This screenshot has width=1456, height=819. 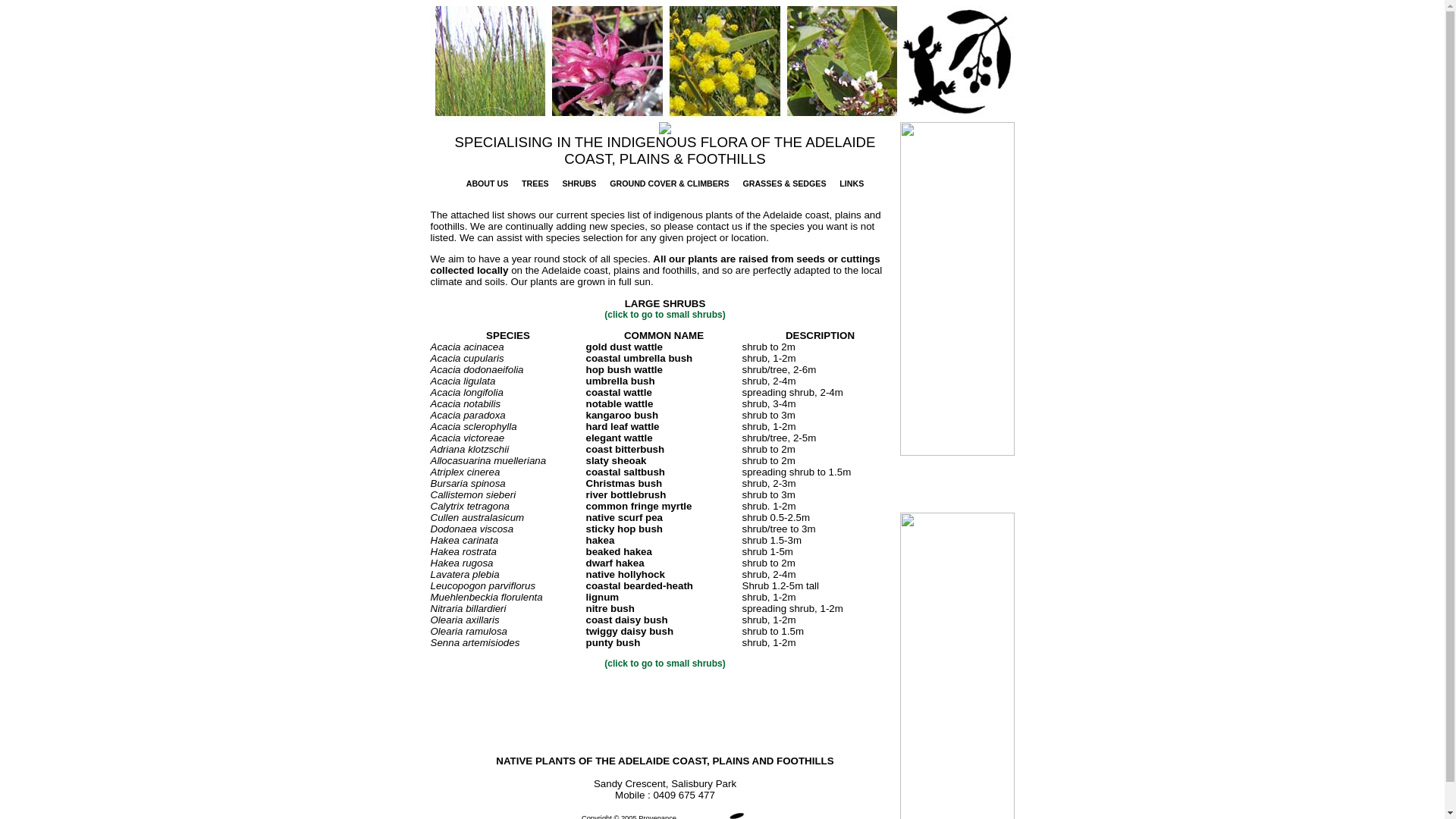 What do you see at coordinates (852, 183) in the screenshot?
I see `'LINKS'` at bounding box center [852, 183].